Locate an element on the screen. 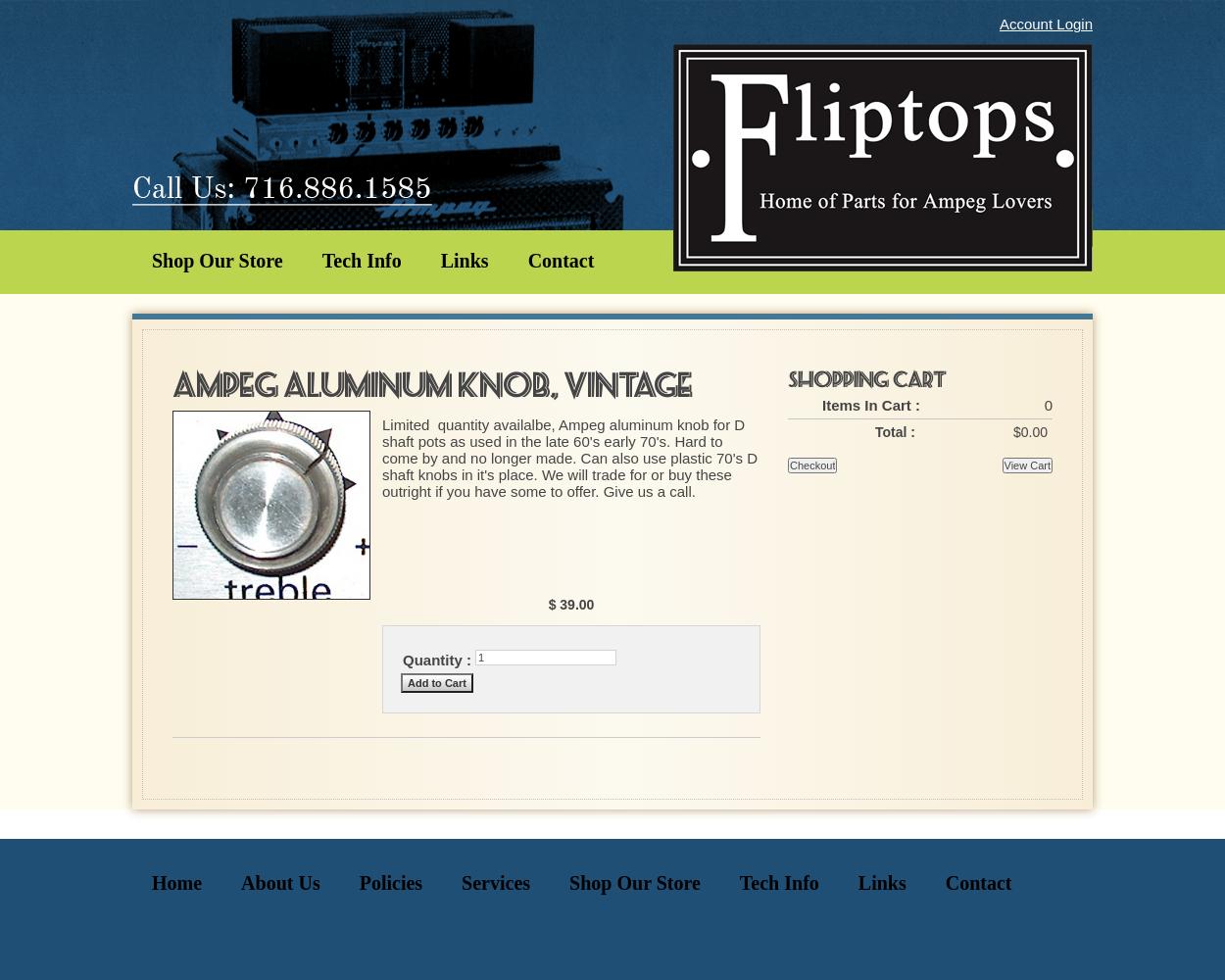 This screenshot has height=980, width=1225. 'Limited  quantity availalbe, Ampeg aluminum knob for D shaft pots as used in the late 60's early 70's. Hard to come by and no longer made. Can also use plastic 70's D shaft knobs in it's place. We will trade for or buy these outright if you have some to offer. Give us a call.' is located at coordinates (568, 457).